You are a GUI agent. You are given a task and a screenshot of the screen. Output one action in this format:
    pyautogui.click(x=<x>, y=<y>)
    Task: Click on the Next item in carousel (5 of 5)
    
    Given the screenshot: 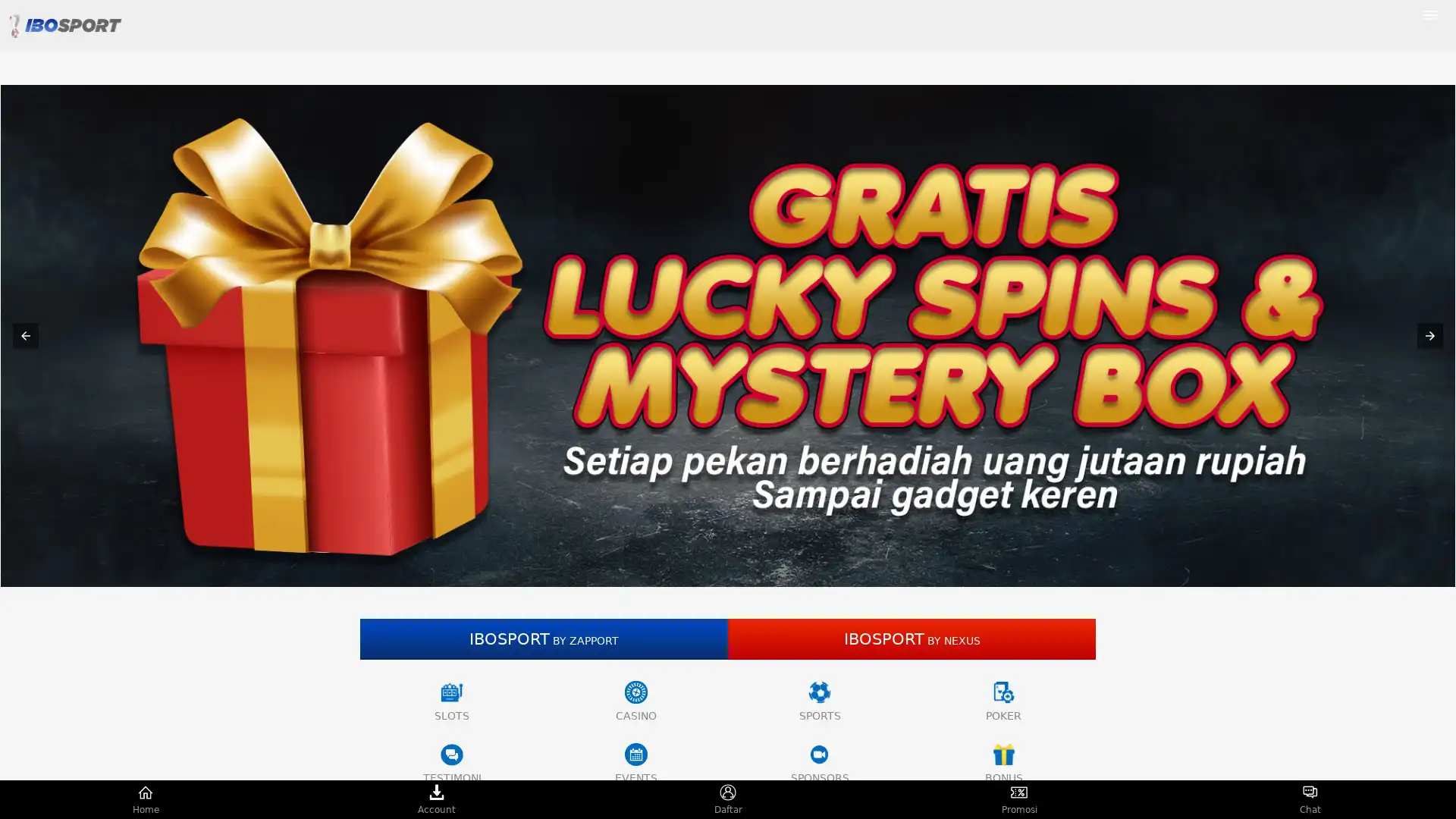 What is the action you would take?
    pyautogui.click(x=1429, y=335)
    